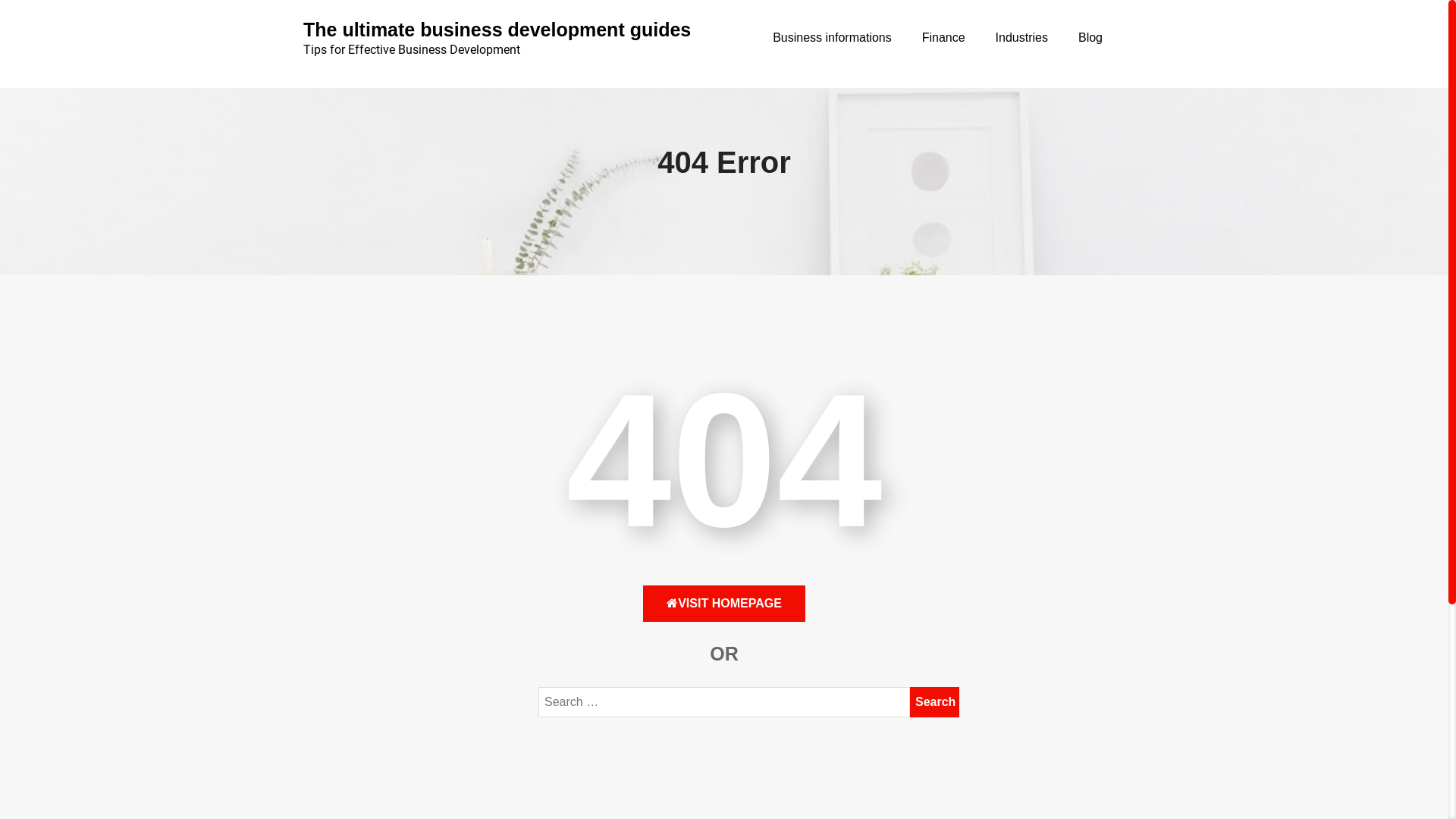 The image size is (1456, 819). I want to click on 'Finance', so click(943, 37).